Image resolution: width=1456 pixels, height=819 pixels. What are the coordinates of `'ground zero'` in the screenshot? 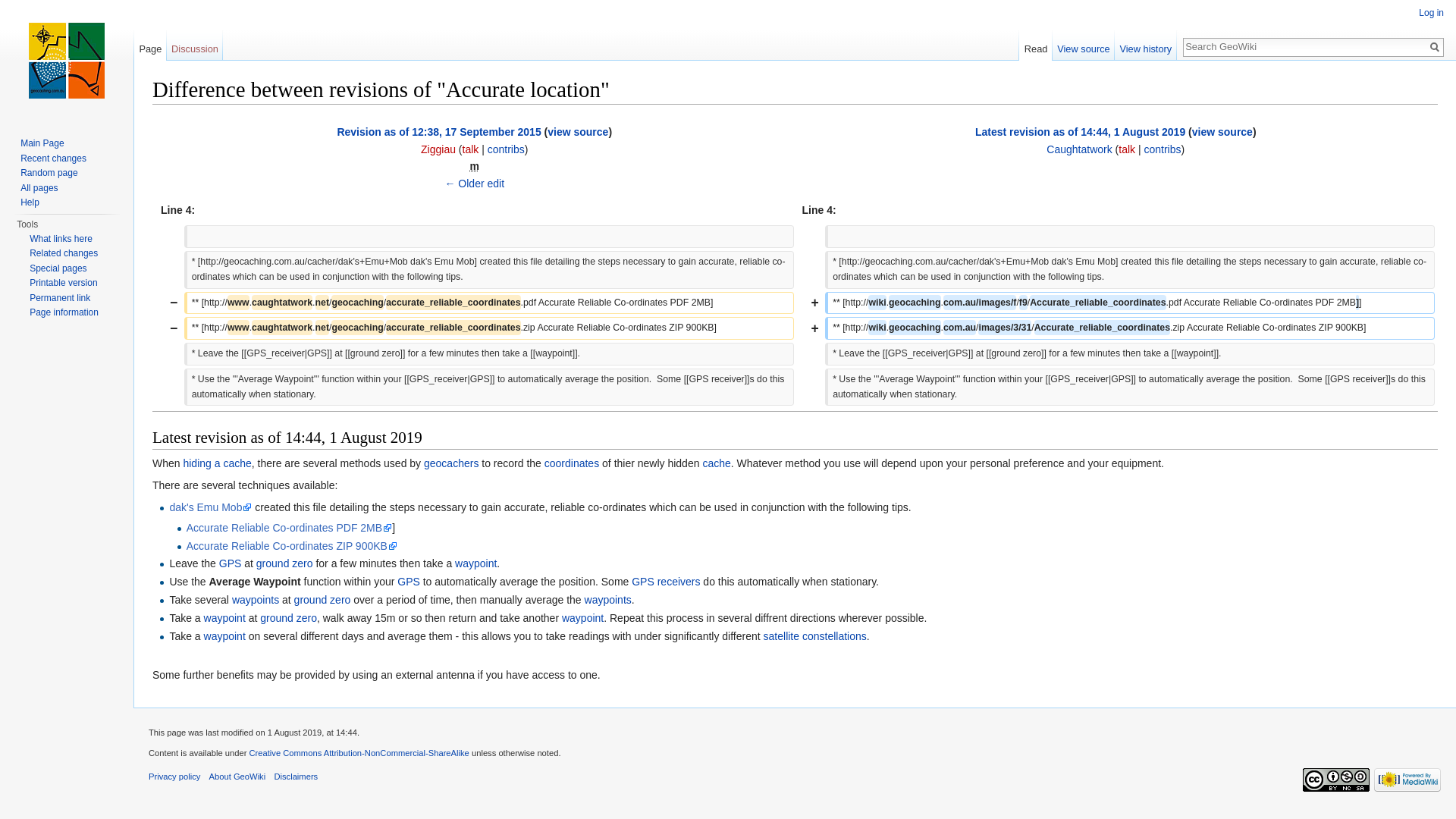 It's located at (288, 617).